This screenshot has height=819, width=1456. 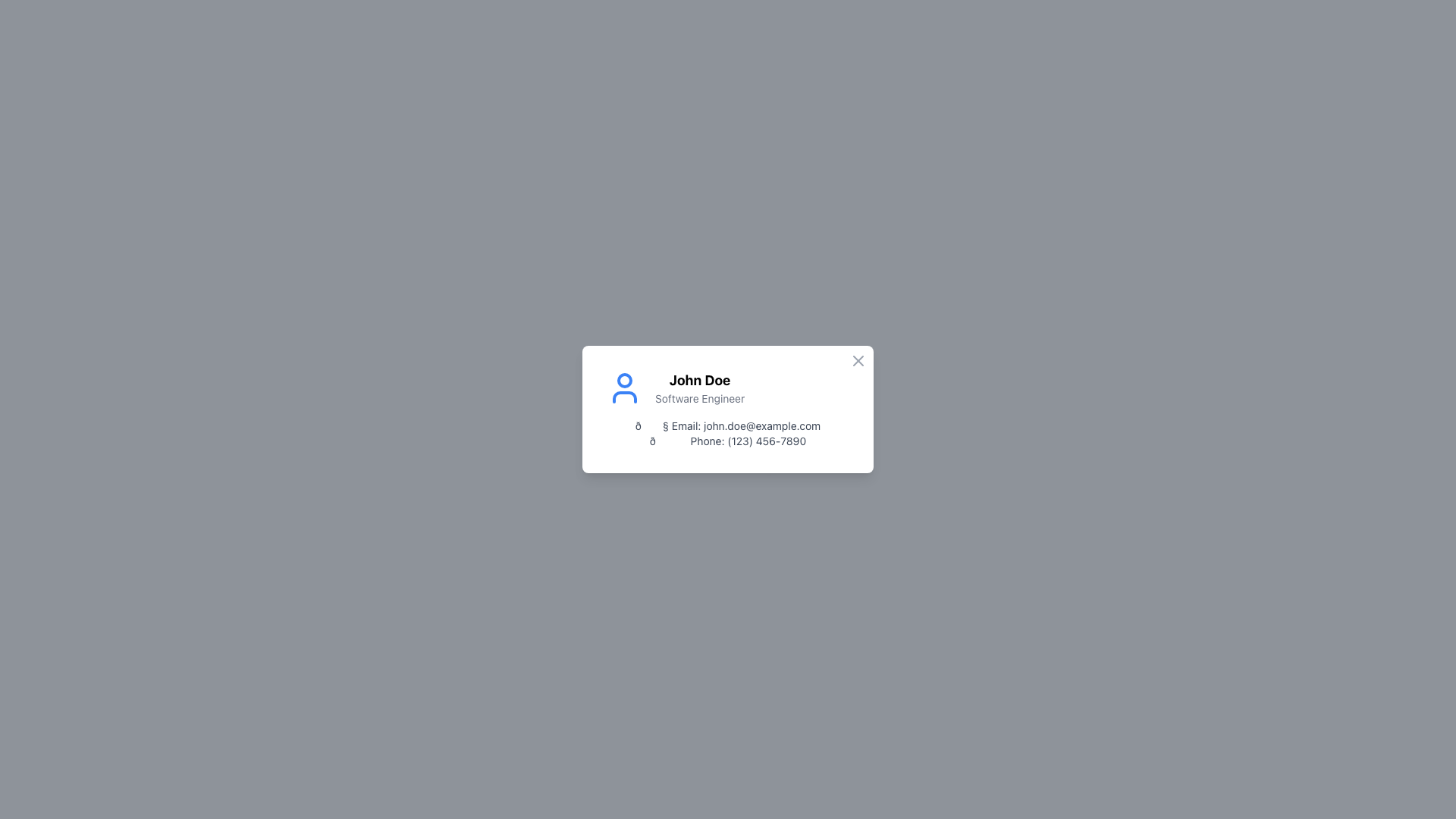 I want to click on the gray 'x' icon button located at the top-right corner of the card interface displaying personal information for 'John Doe' to trigger the color change effect, so click(x=858, y=360).